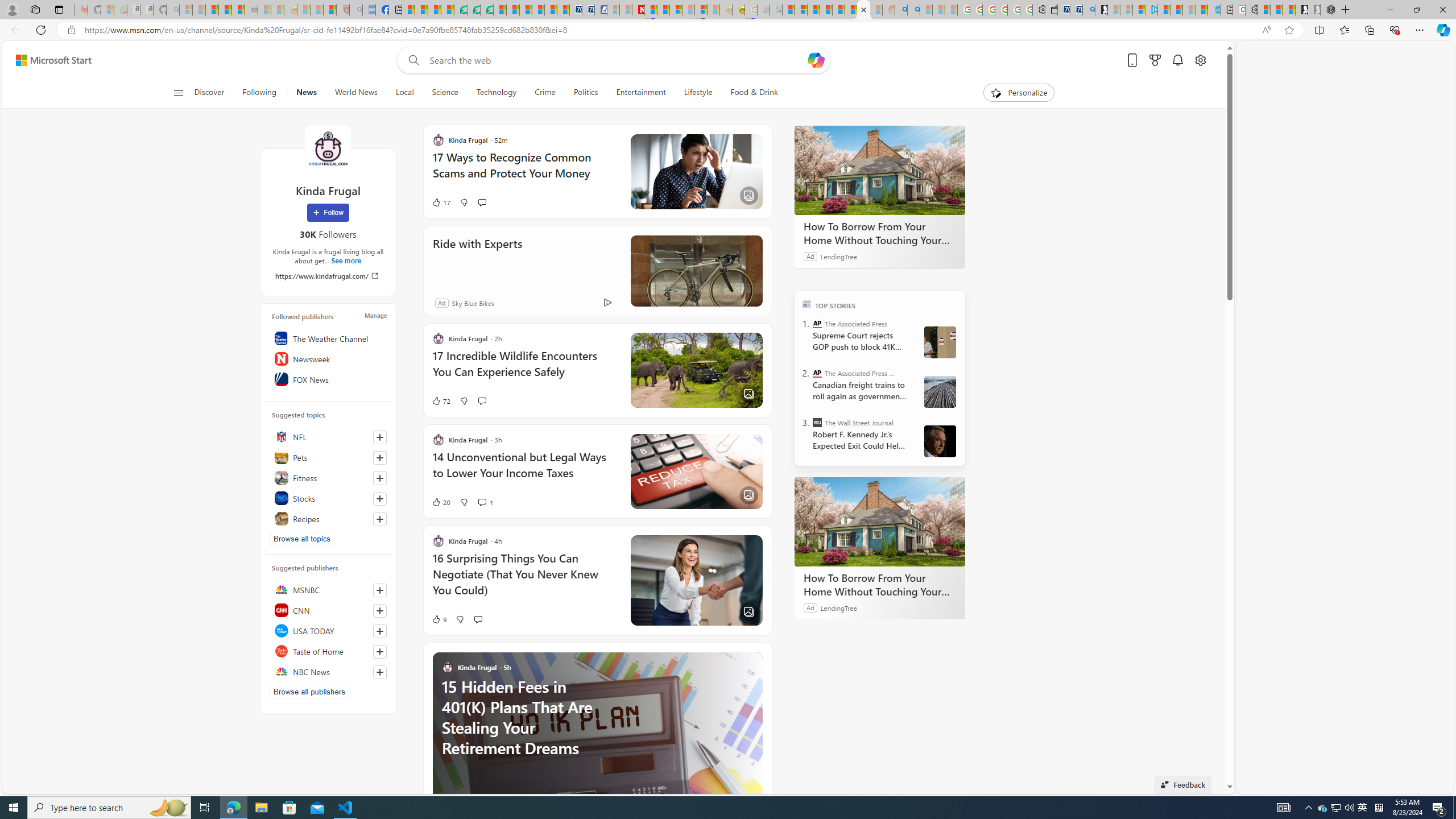 This screenshot has height=819, width=1456. What do you see at coordinates (544, 92) in the screenshot?
I see `'Crime'` at bounding box center [544, 92].